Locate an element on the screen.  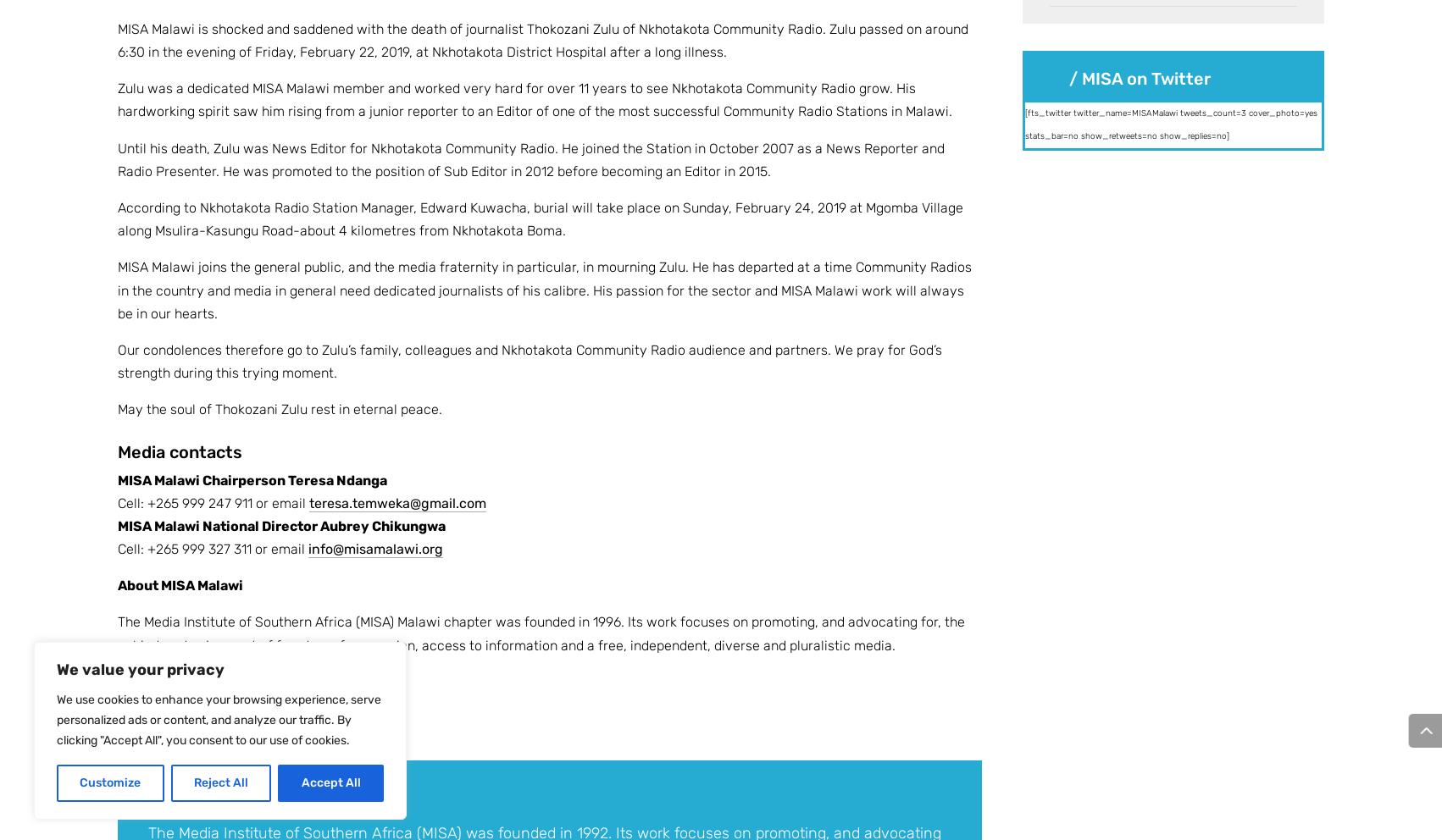
'We use cookies to enhance your browsing experience, serve personalized ads or content, and analyze our traffic. By clicking "Accept All", you consent to our use of cookies.' is located at coordinates (218, 719).